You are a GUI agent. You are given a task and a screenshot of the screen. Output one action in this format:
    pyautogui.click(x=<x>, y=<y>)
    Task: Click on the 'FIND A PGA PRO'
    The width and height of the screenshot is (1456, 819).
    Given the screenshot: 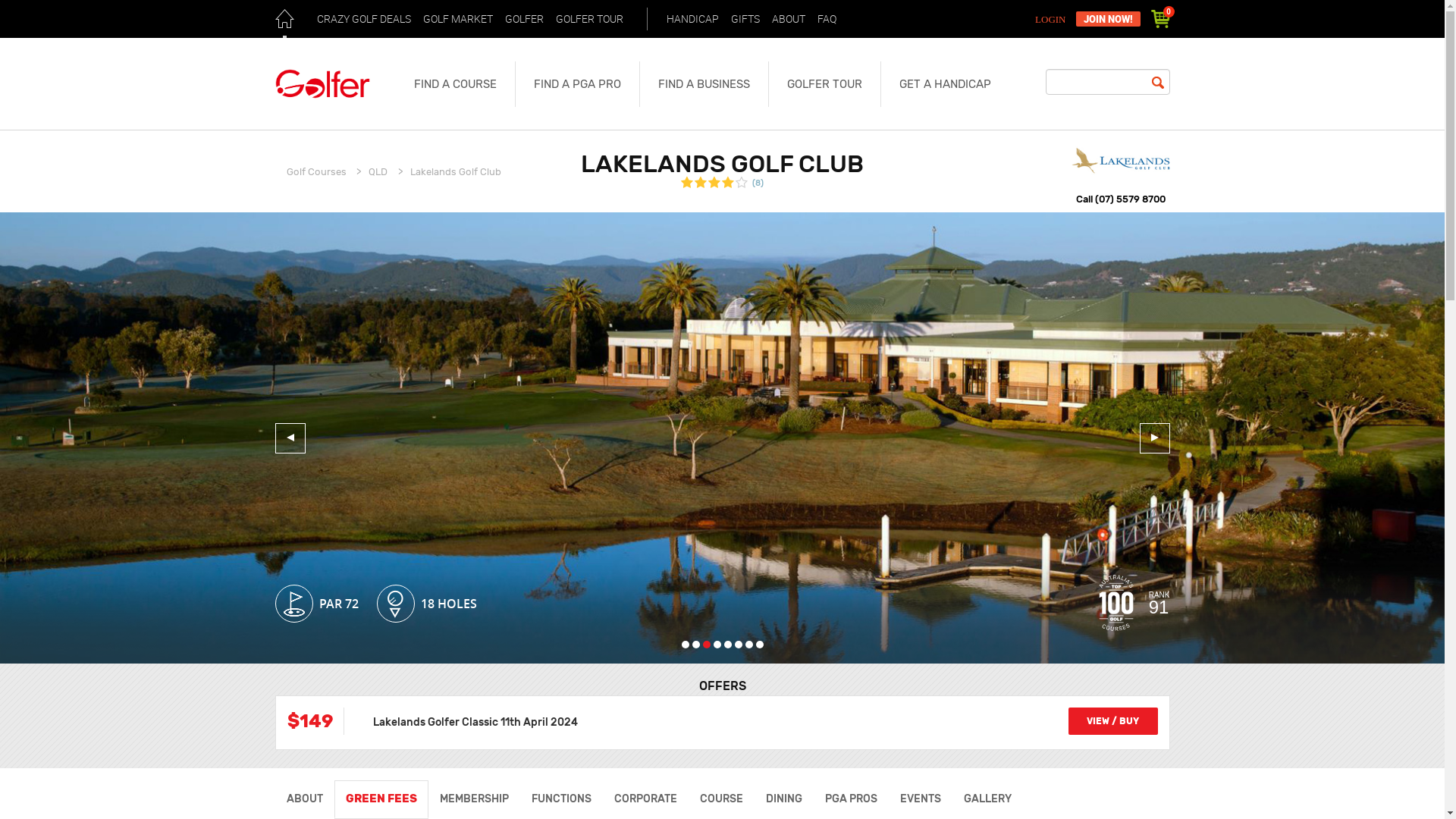 What is the action you would take?
    pyautogui.click(x=576, y=84)
    